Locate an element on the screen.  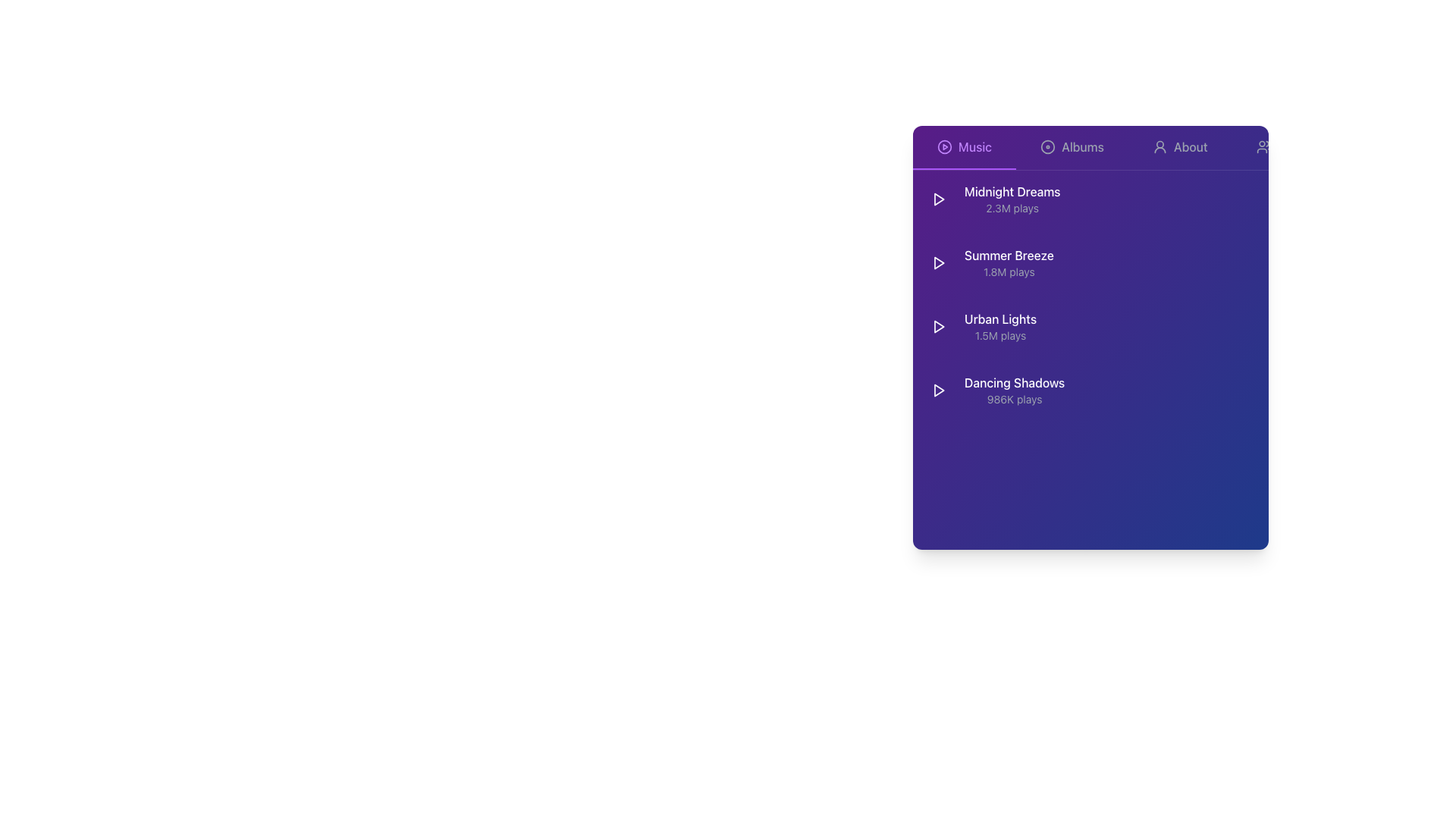
the time icon located next to the text '4:12', which is the first icon in a horizontal group of small interactive icons is located at coordinates (1144, 262).